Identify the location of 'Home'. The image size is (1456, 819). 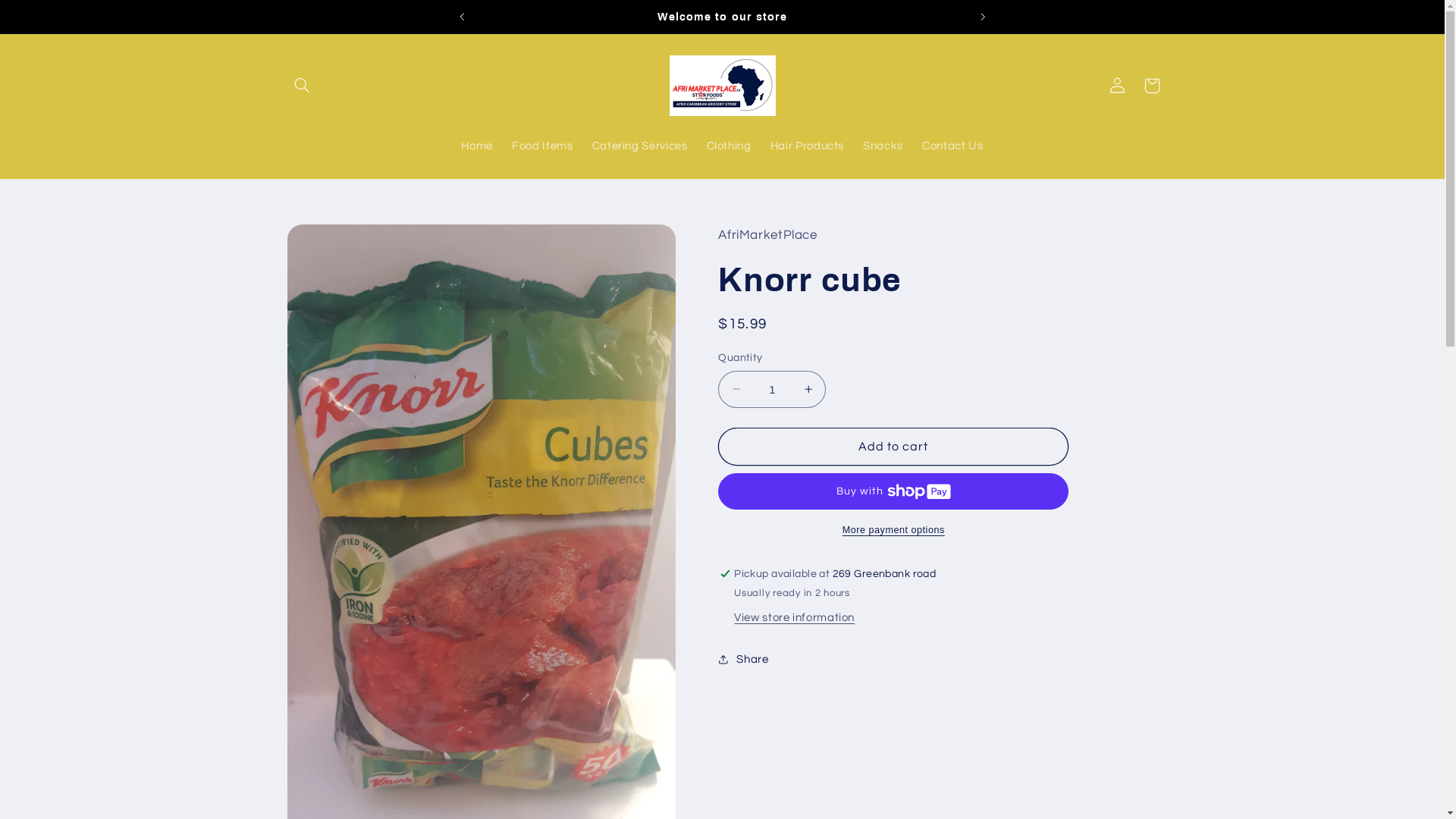
(476, 146).